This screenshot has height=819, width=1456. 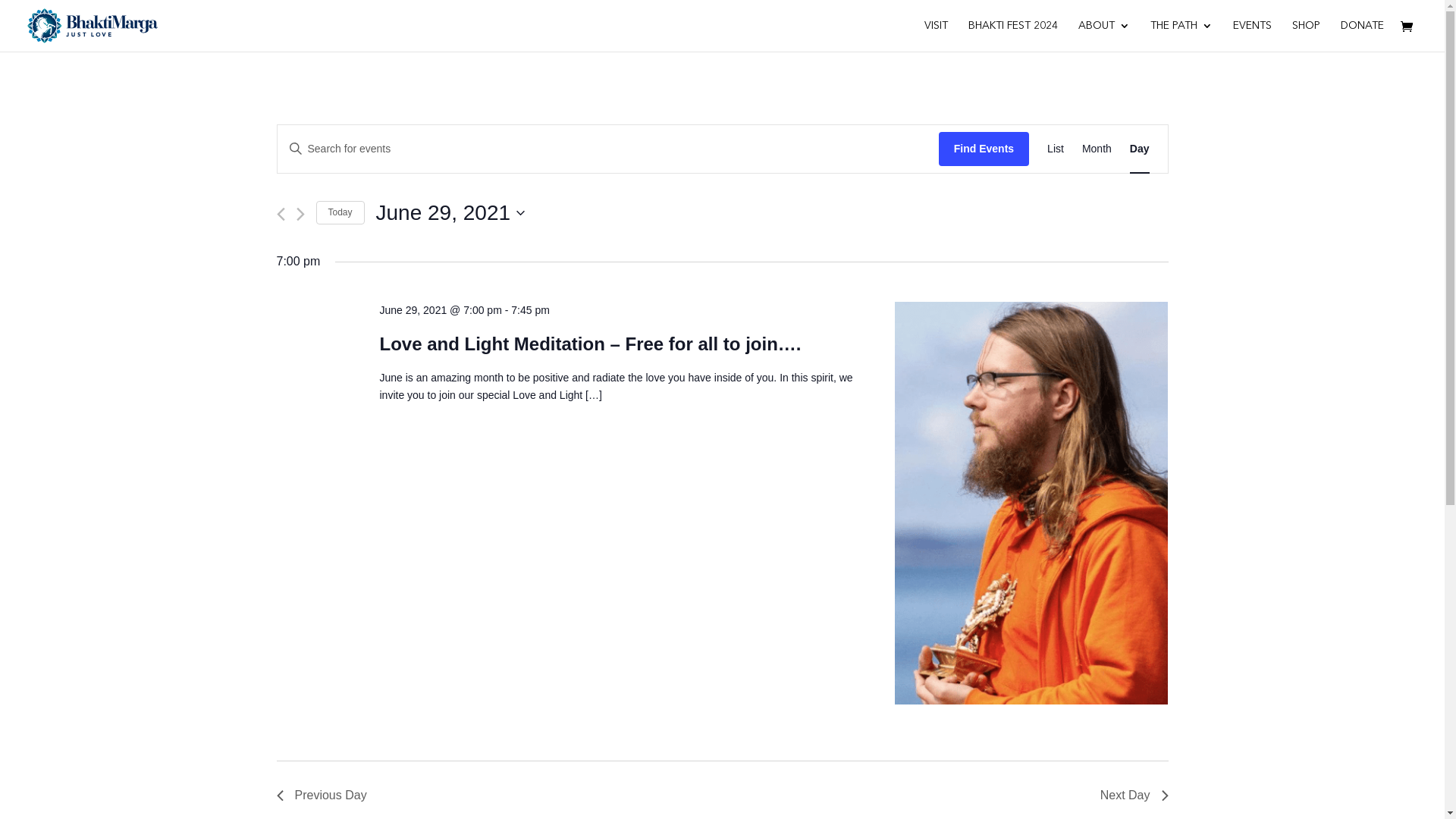 I want to click on 'BHAKTI FEST 2024', so click(x=1012, y=35).